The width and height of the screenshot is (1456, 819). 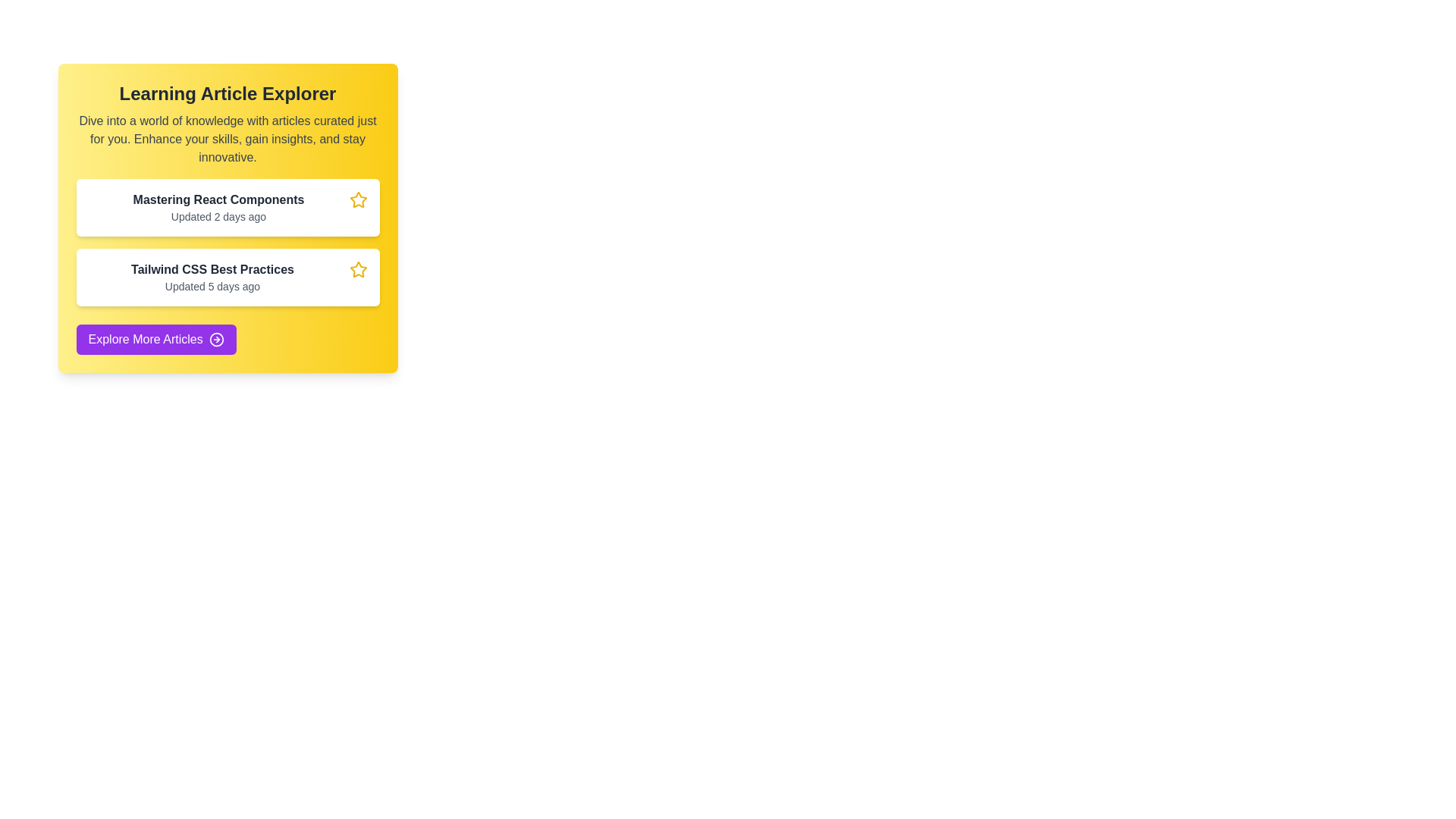 What do you see at coordinates (357, 268) in the screenshot?
I see `the star icon, which is outlined in yellow and associated with the text 'Tailwind CSS Best Practices'` at bounding box center [357, 268].